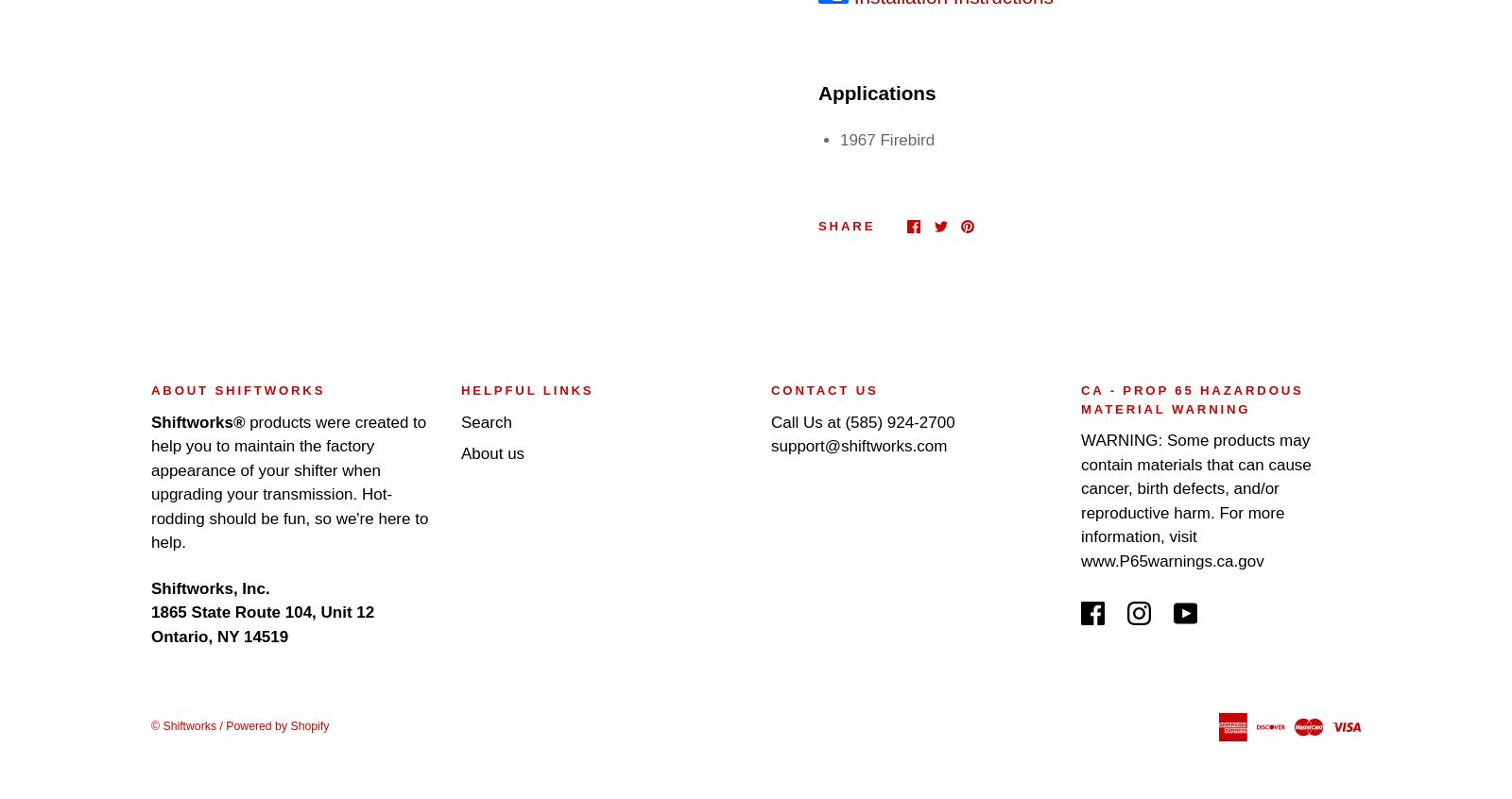 The width and height of the screenshot is (1512, 799). Describe the element at coordinates (846, 226) in the screenshot. I see `'Share'` at that location.